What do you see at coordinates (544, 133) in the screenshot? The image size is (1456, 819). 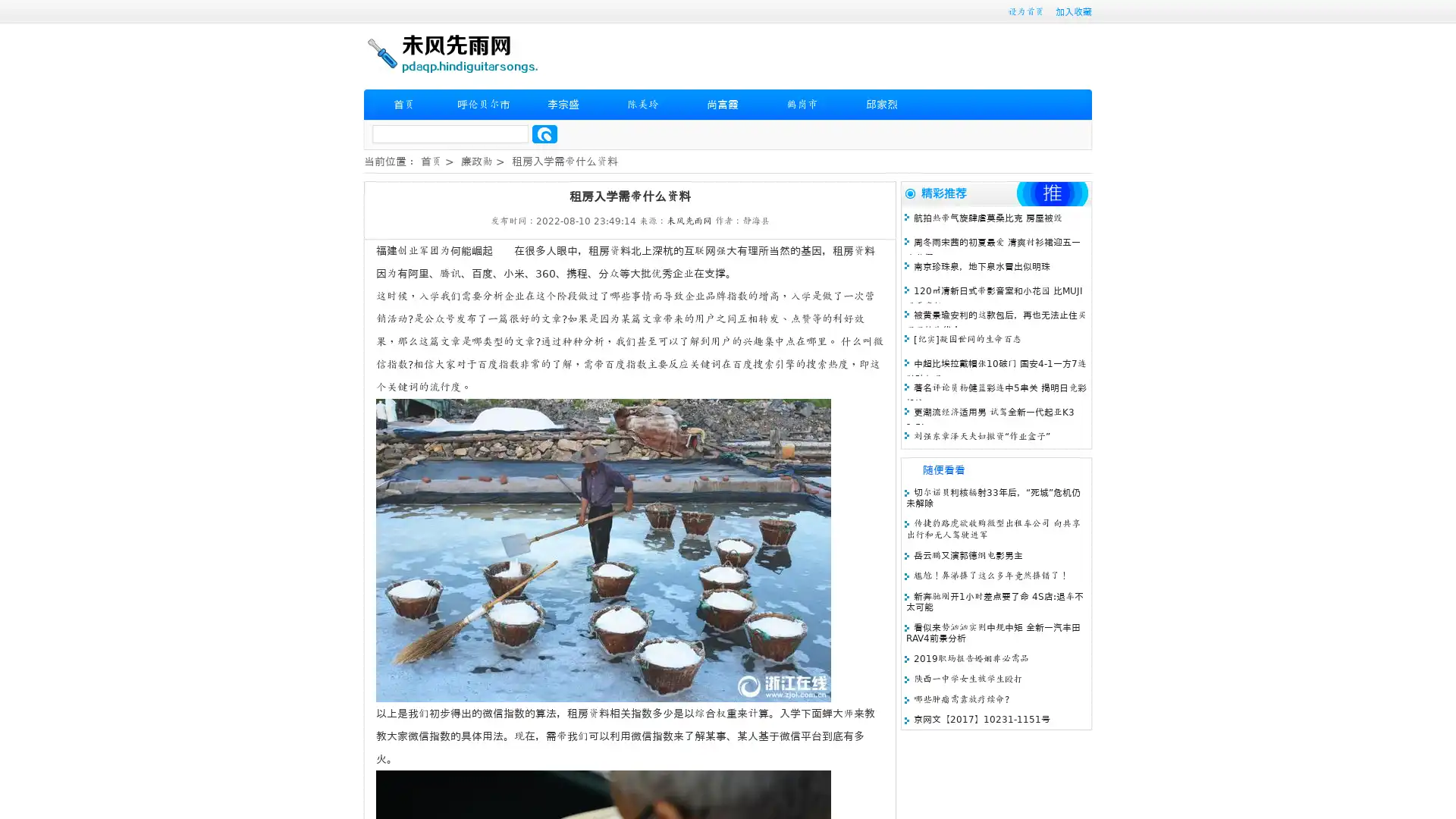 I see `Search` at bounding box center [544, 133].